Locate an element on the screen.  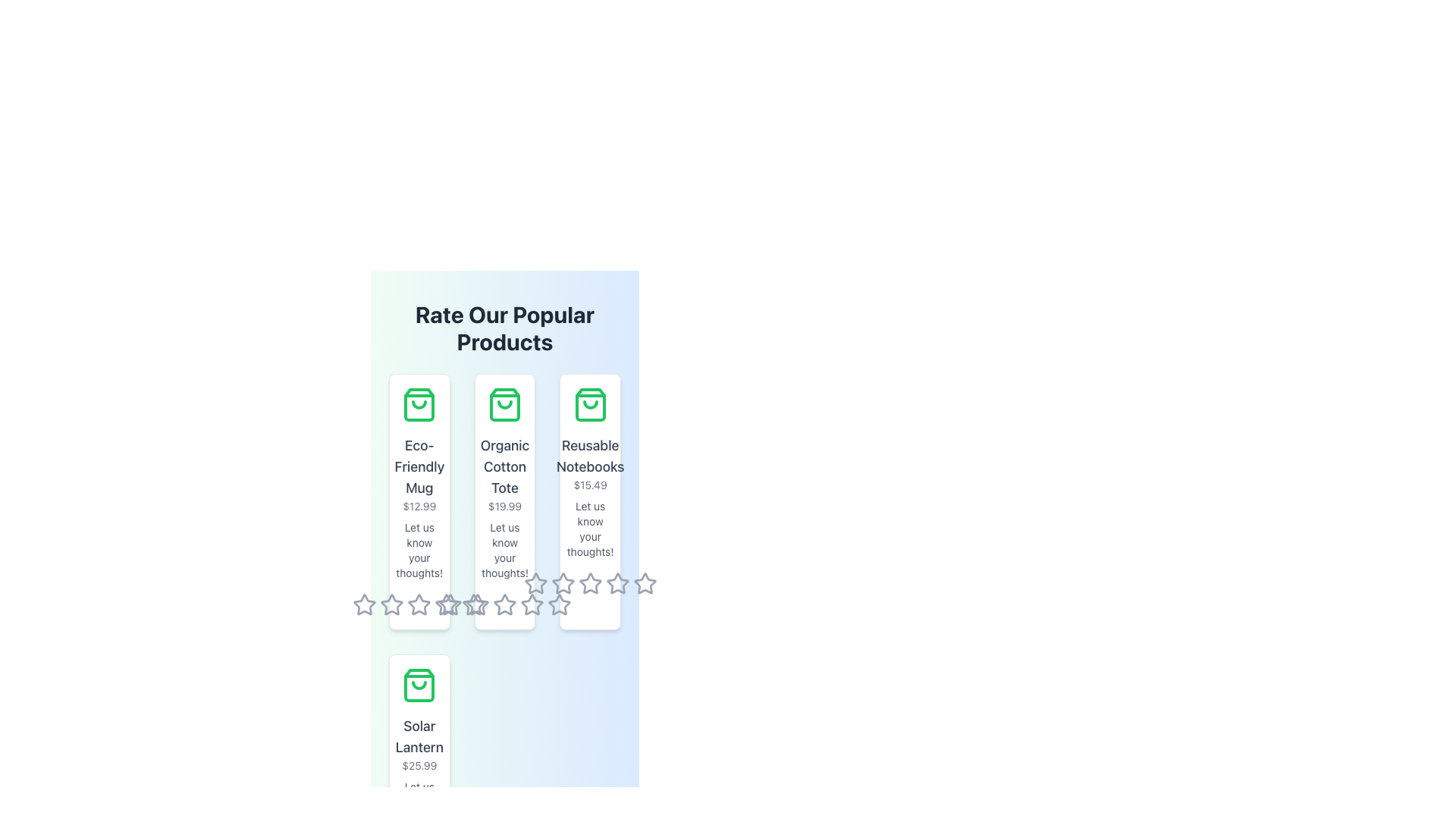
the first rating star icon in the rating system for the Eco-Friendly Mug product to enlarge it is located at coordinates (365, 604).